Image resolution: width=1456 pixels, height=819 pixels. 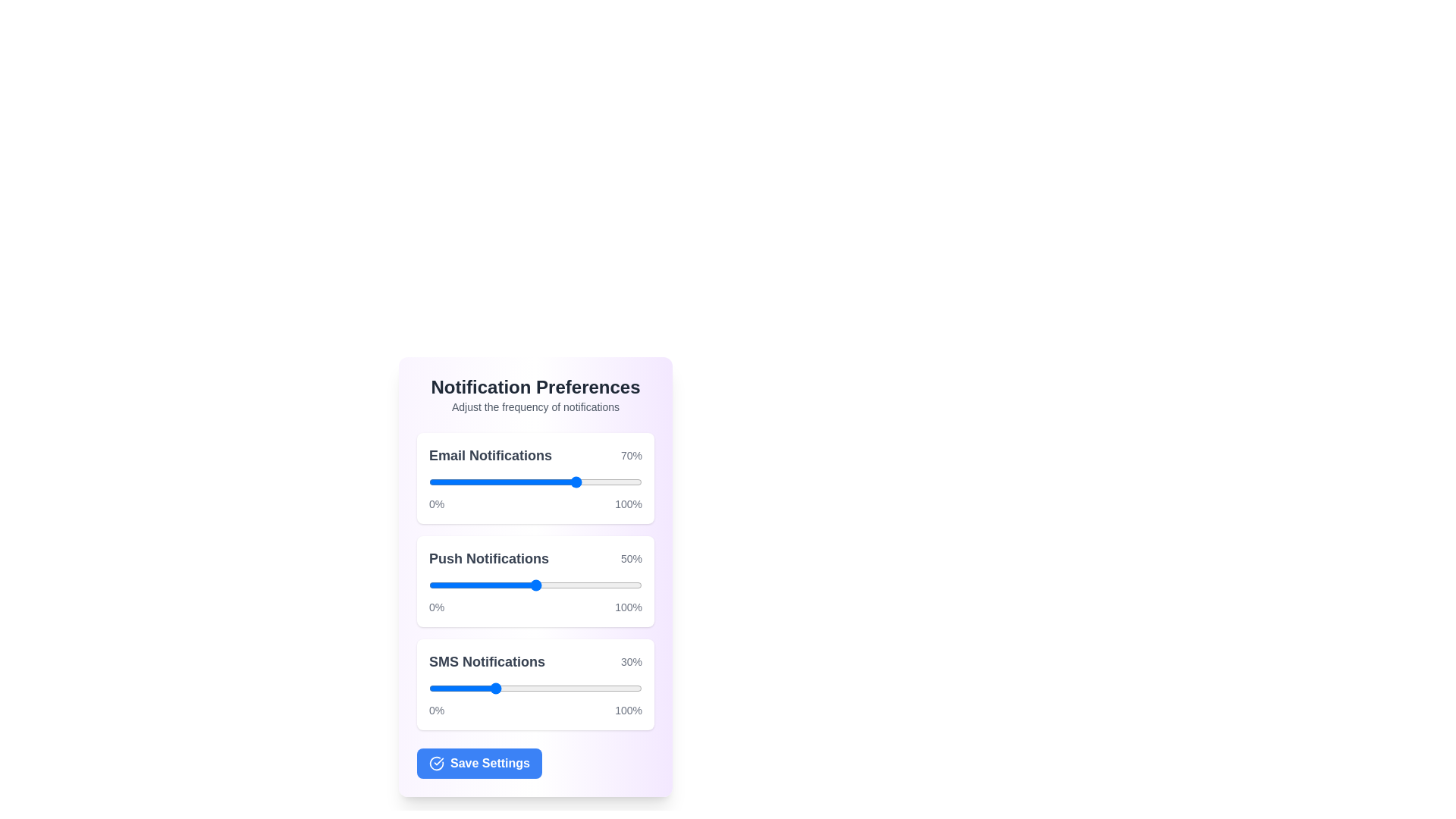 What do you see at coordinates (595, 688) in the screenshot?
I see `SMS notification slider` at bounding box center [595, 688].